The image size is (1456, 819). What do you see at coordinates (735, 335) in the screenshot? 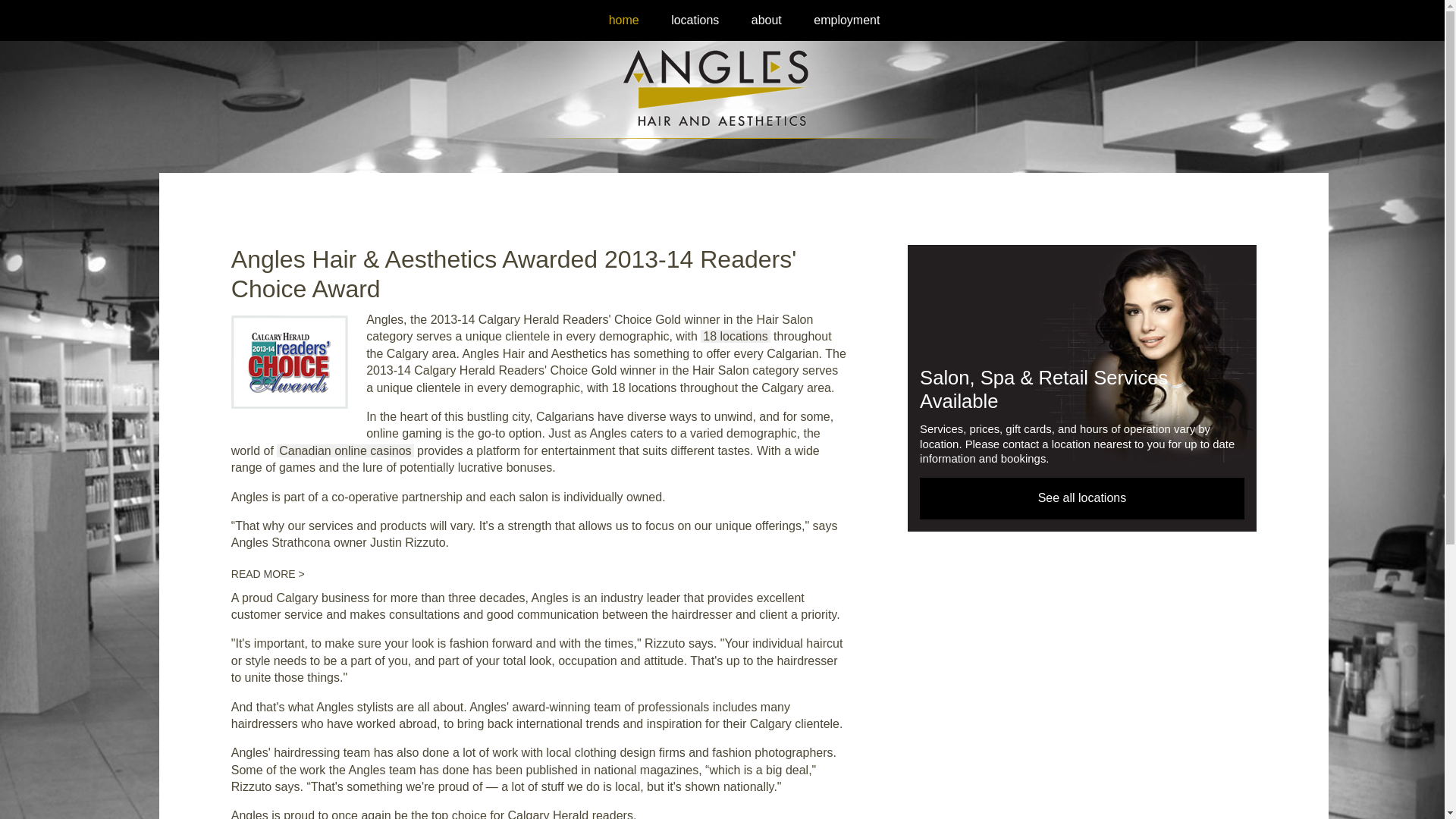
I see `'18 locations'` at bounding box center [735, 335].